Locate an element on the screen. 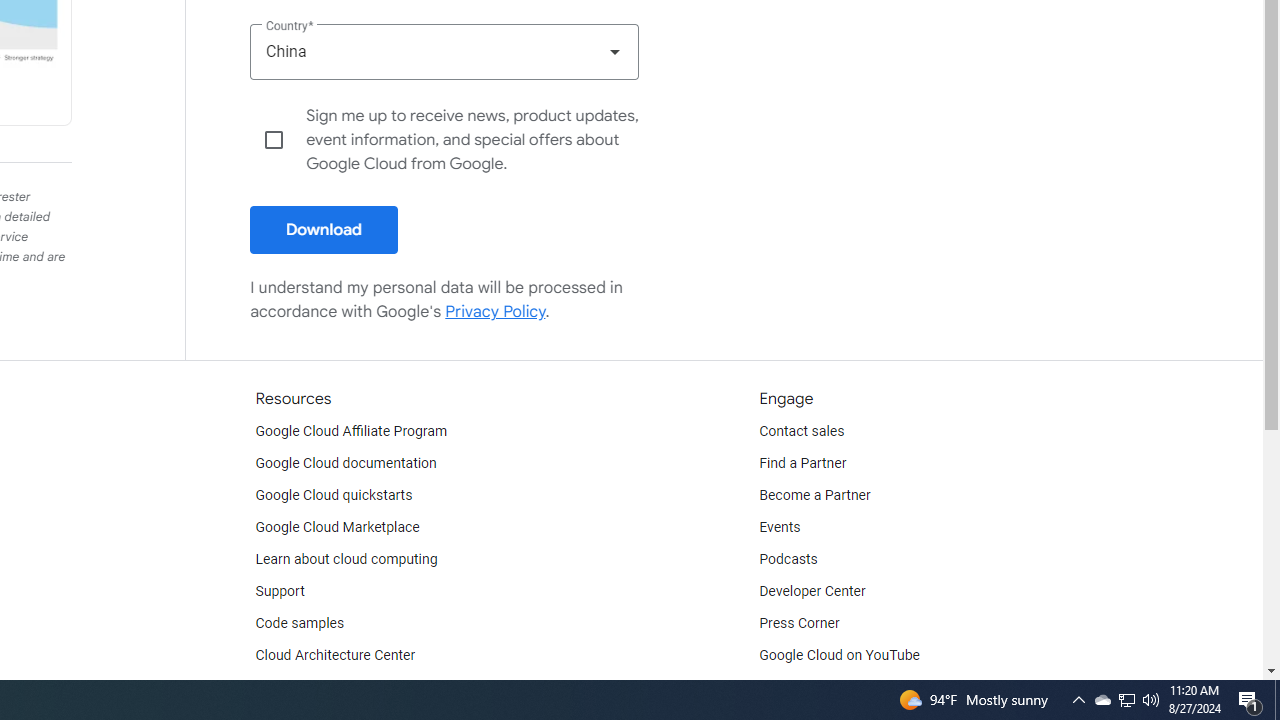 The height and width of the screenshot is (720, 1280). 'Google Cloud Affiliate Program' is located at coordinates (351, 431).